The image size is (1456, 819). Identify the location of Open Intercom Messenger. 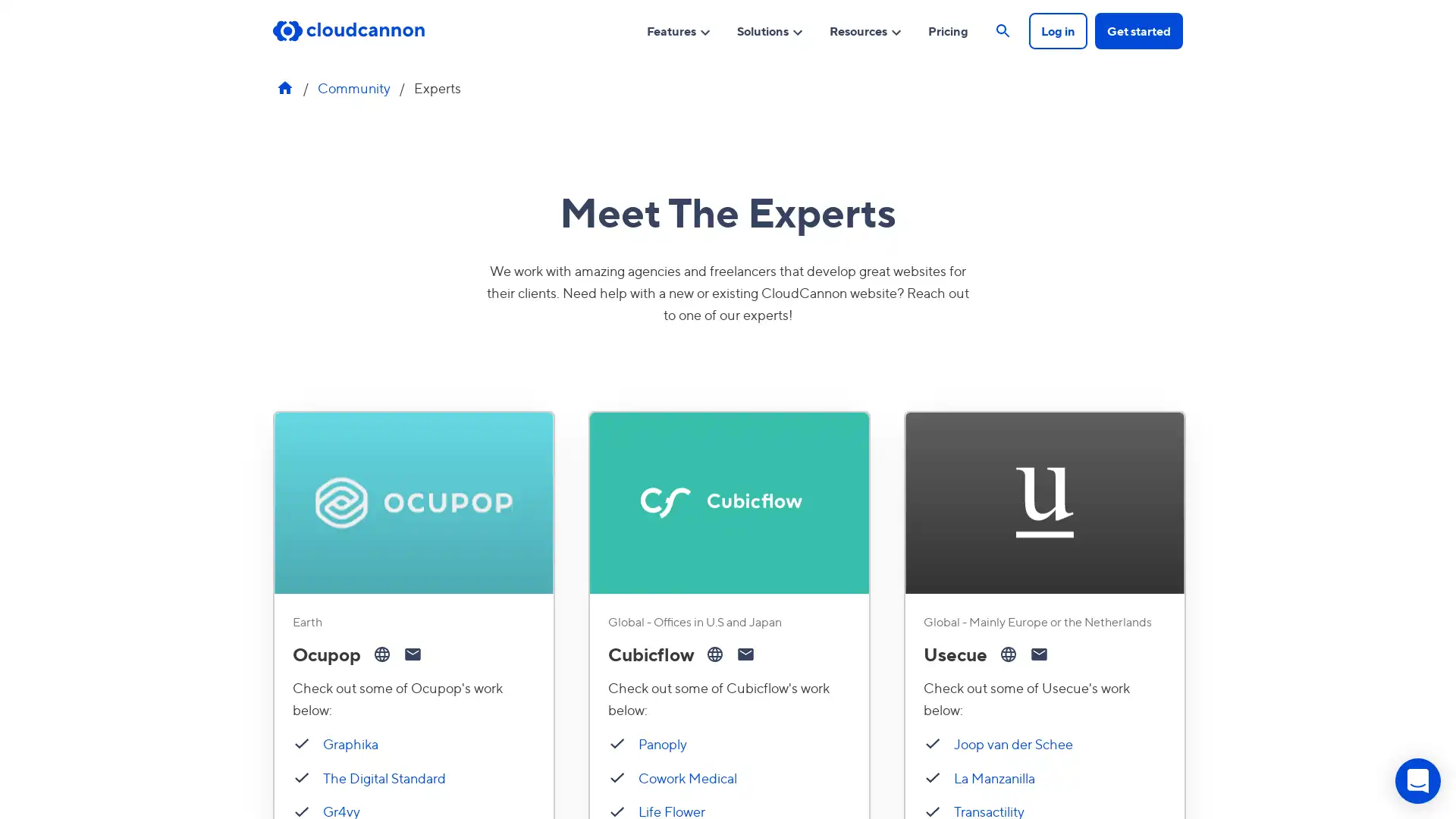
(1417, 780).